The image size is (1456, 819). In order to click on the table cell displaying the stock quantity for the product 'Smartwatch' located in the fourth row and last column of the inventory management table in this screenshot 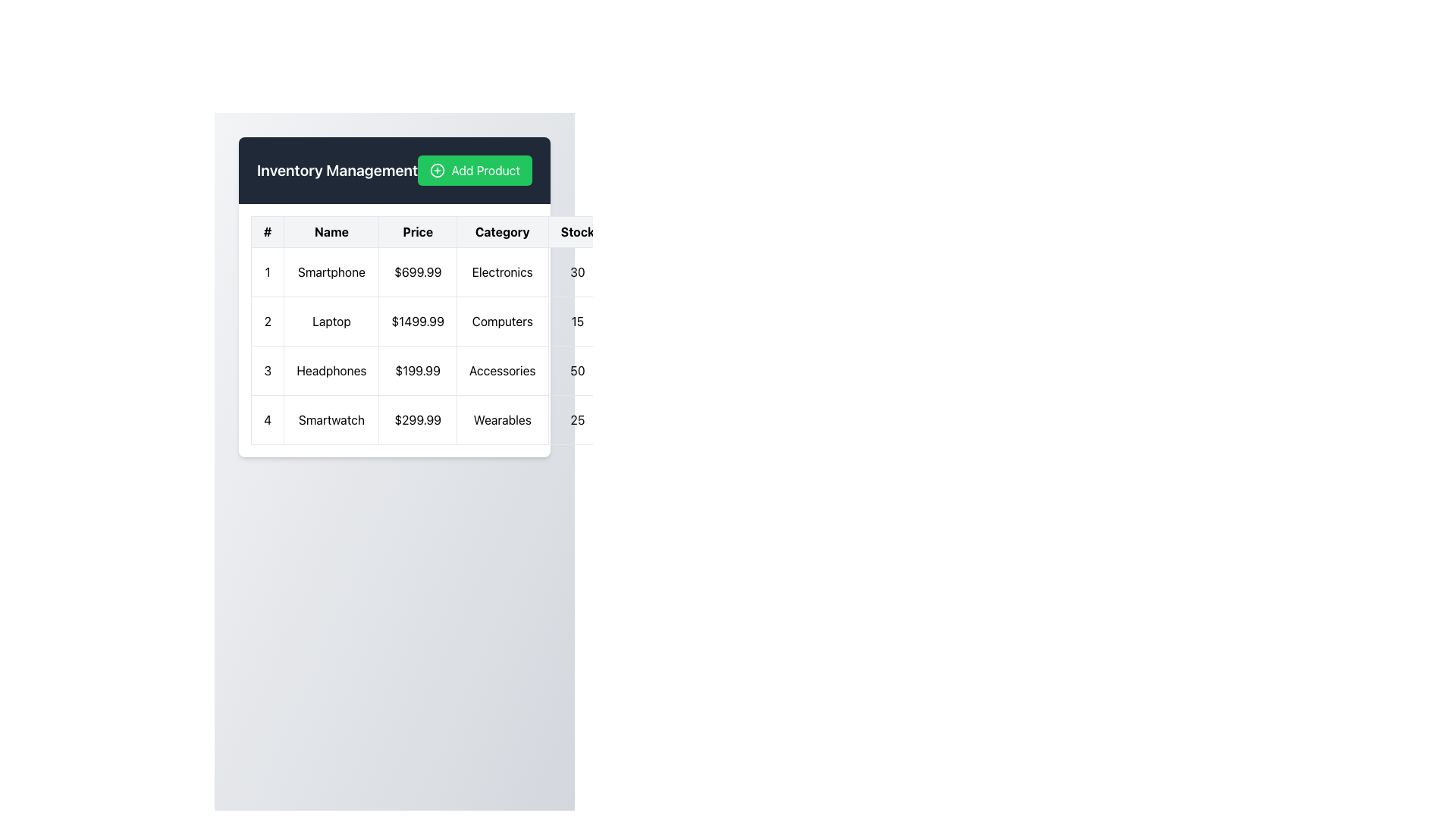, I will do `click(576, 420)`.